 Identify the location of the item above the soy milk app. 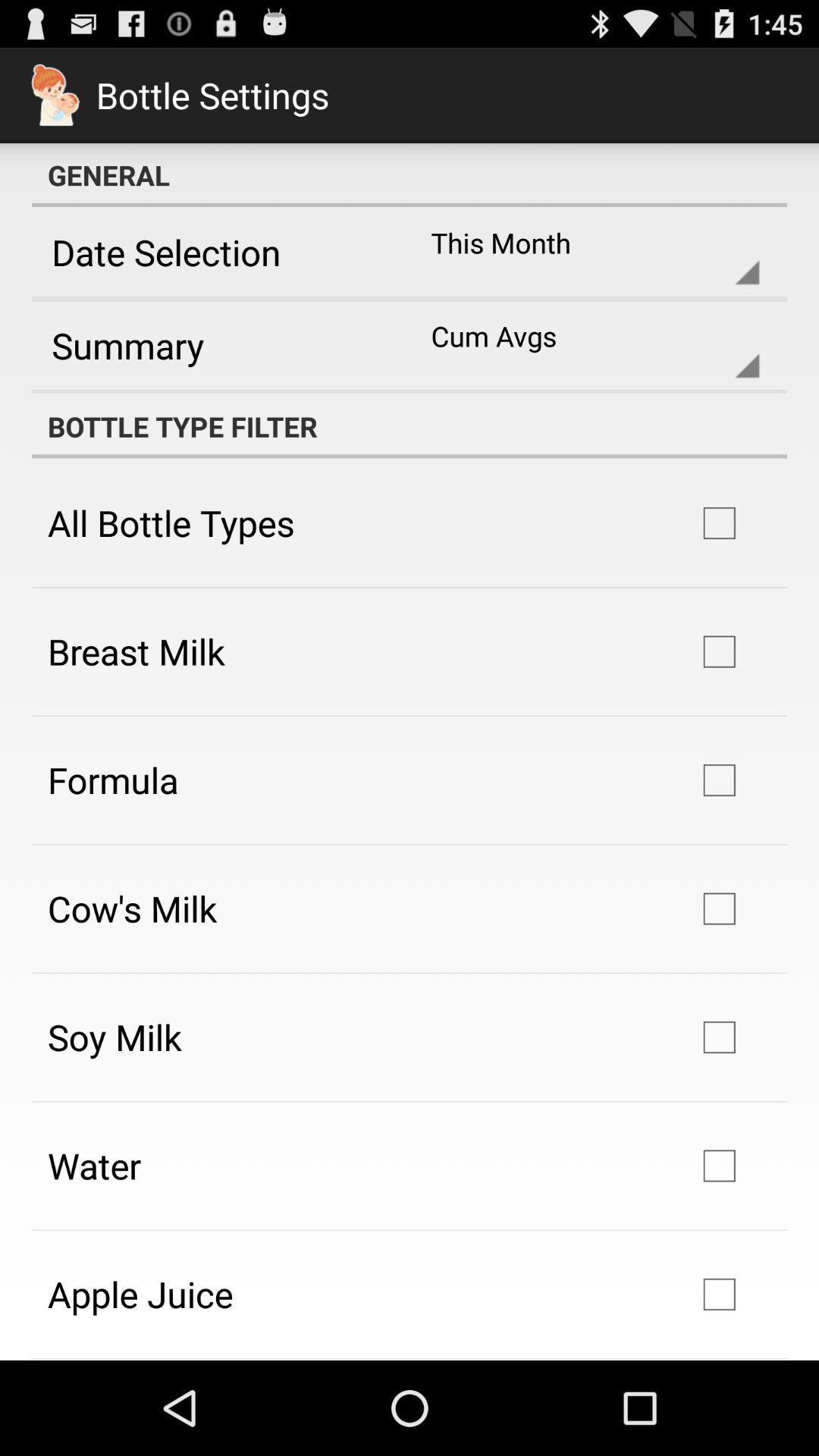
(131, 908).